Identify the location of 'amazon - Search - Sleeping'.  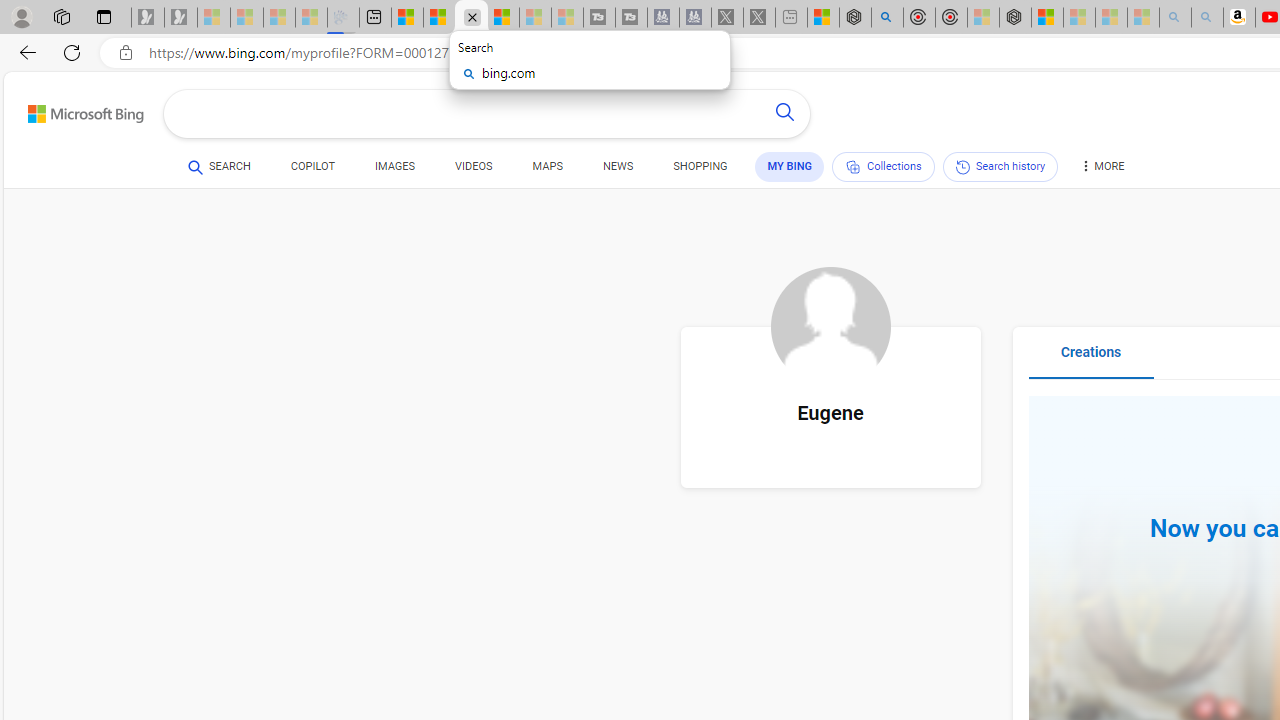
(1175, 17).